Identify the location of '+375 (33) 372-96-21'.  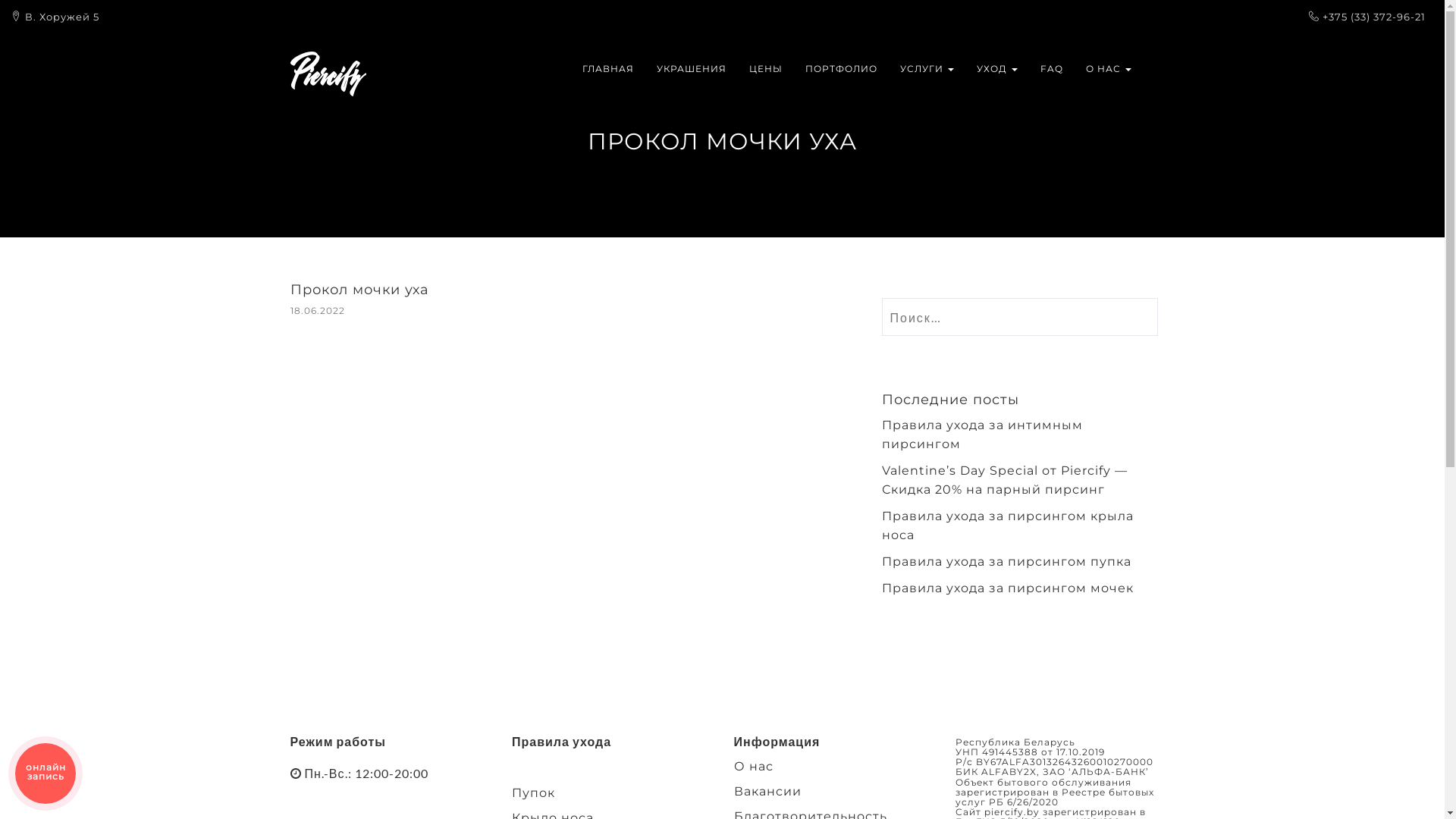
(1321, 17).